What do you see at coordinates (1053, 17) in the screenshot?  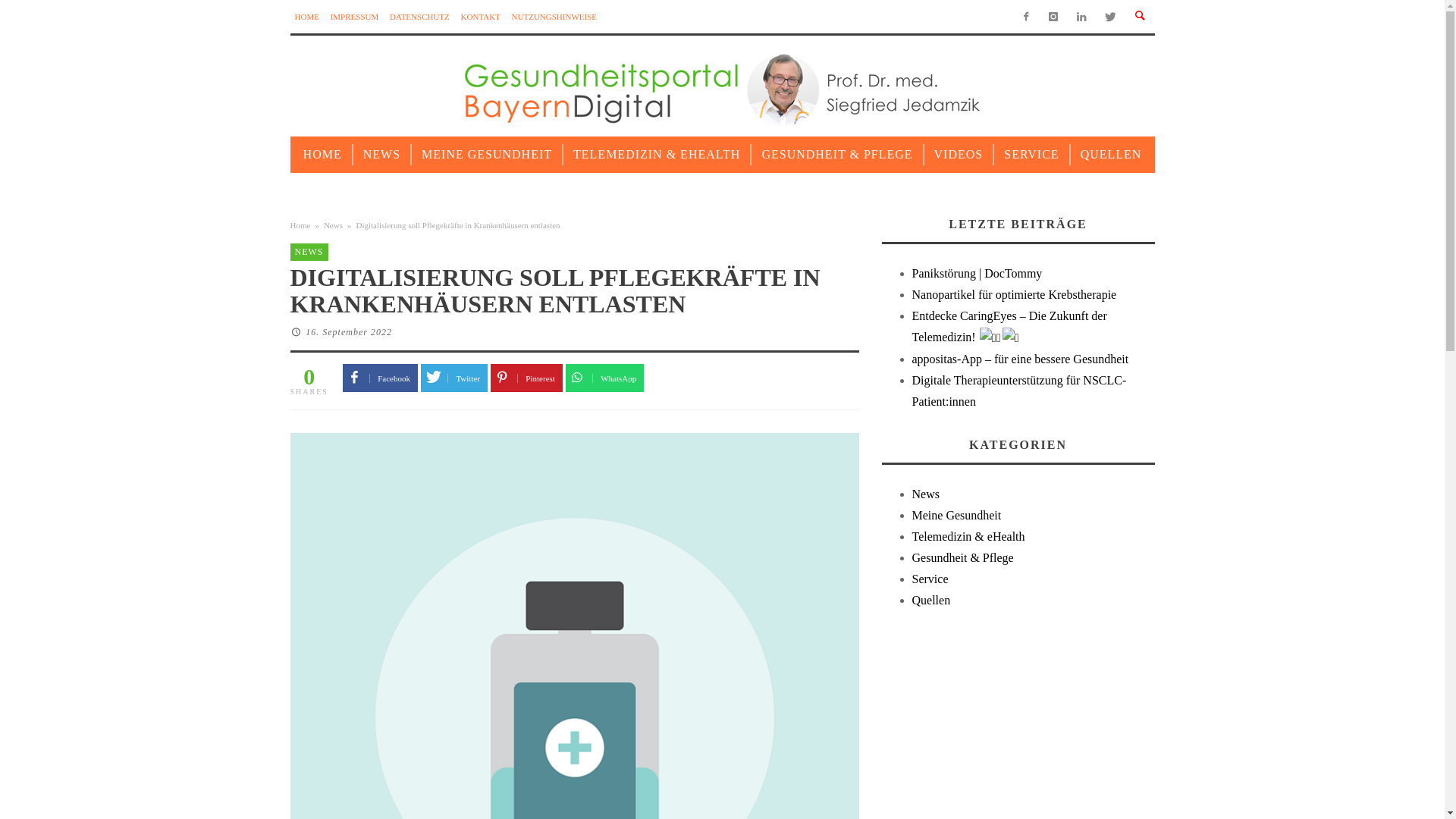 I see `'Instagram'` at bounding box center [1053, 17].